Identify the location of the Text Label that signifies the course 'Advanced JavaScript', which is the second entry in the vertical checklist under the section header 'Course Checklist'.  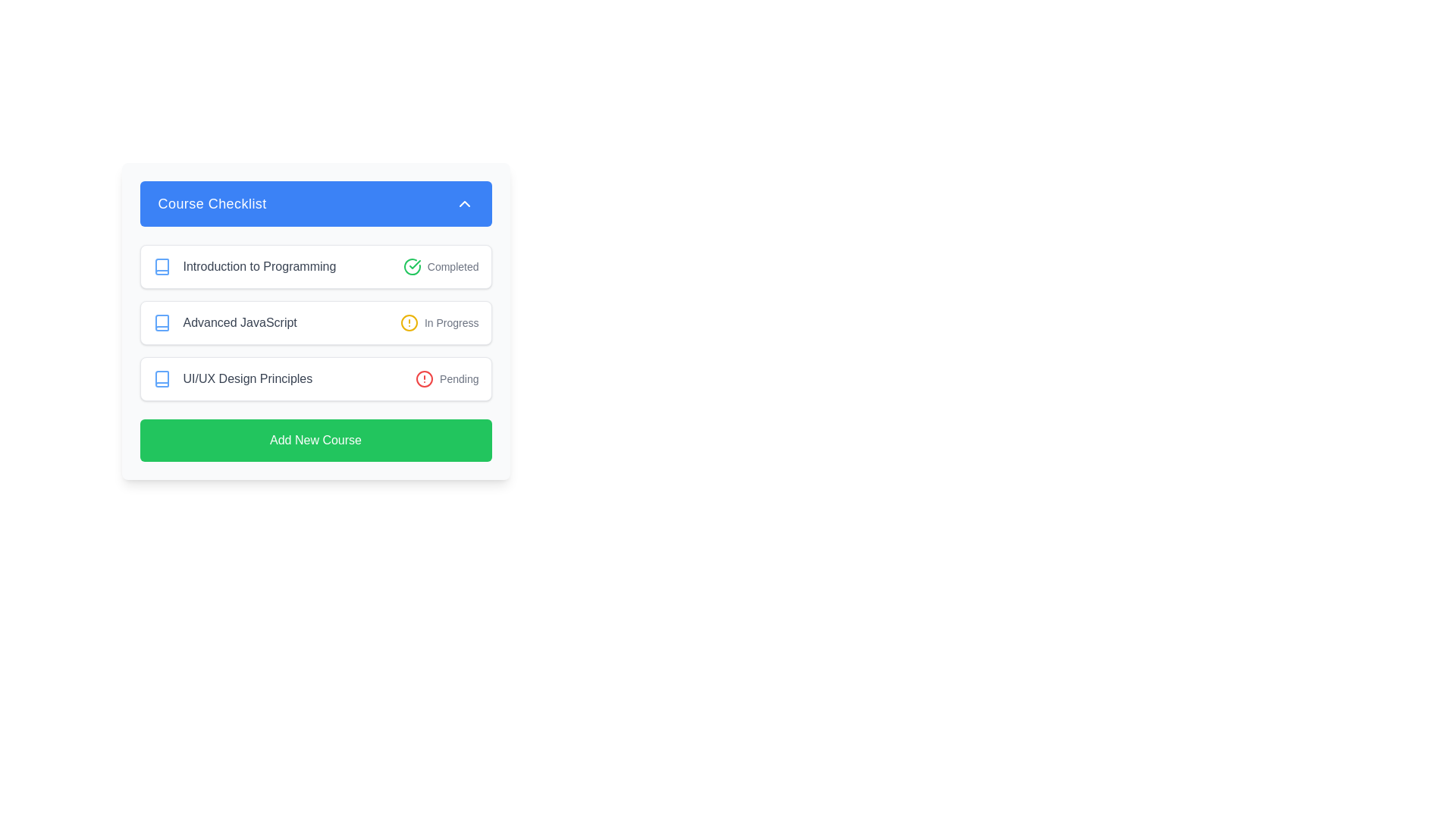
(239, 322).